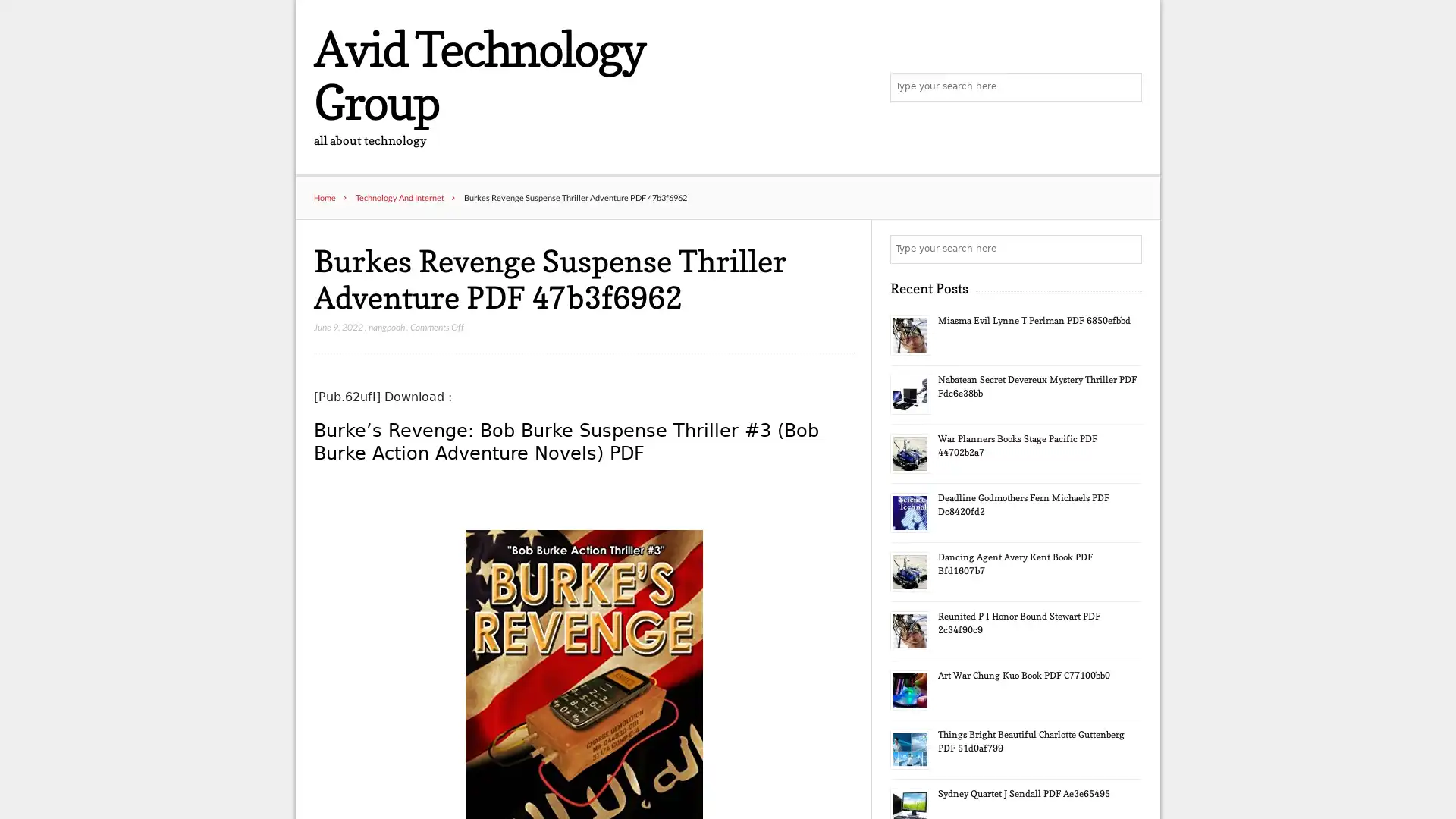 Image resolution: width=1456 pixels, height=819 pixels. Describe the element at coordinates (1126, 87) in the screenshot. I see `Search` at that location.